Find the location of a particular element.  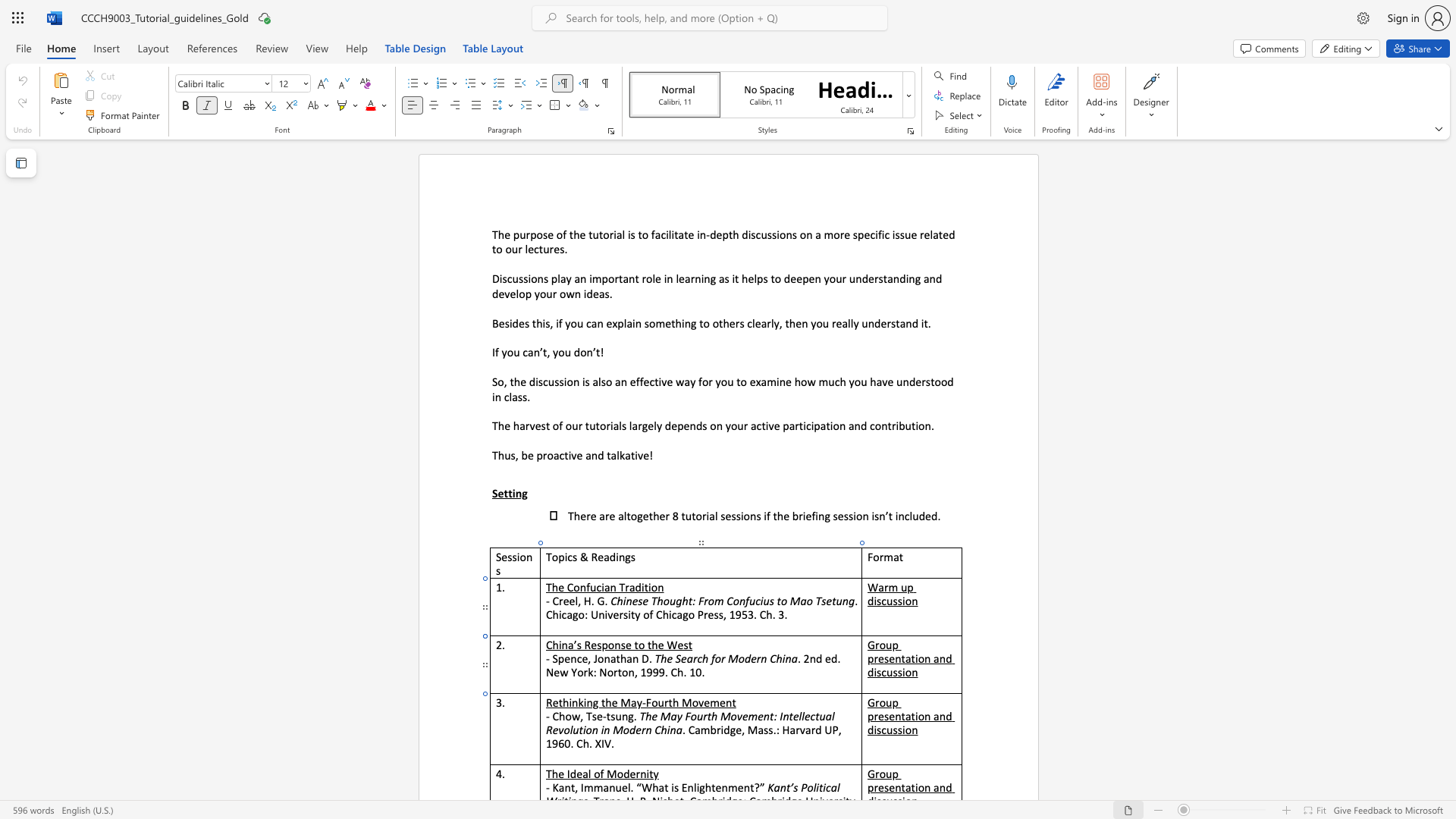

the space between the continuous character "s" and "e" in the text is located at coordinates (596, 716).